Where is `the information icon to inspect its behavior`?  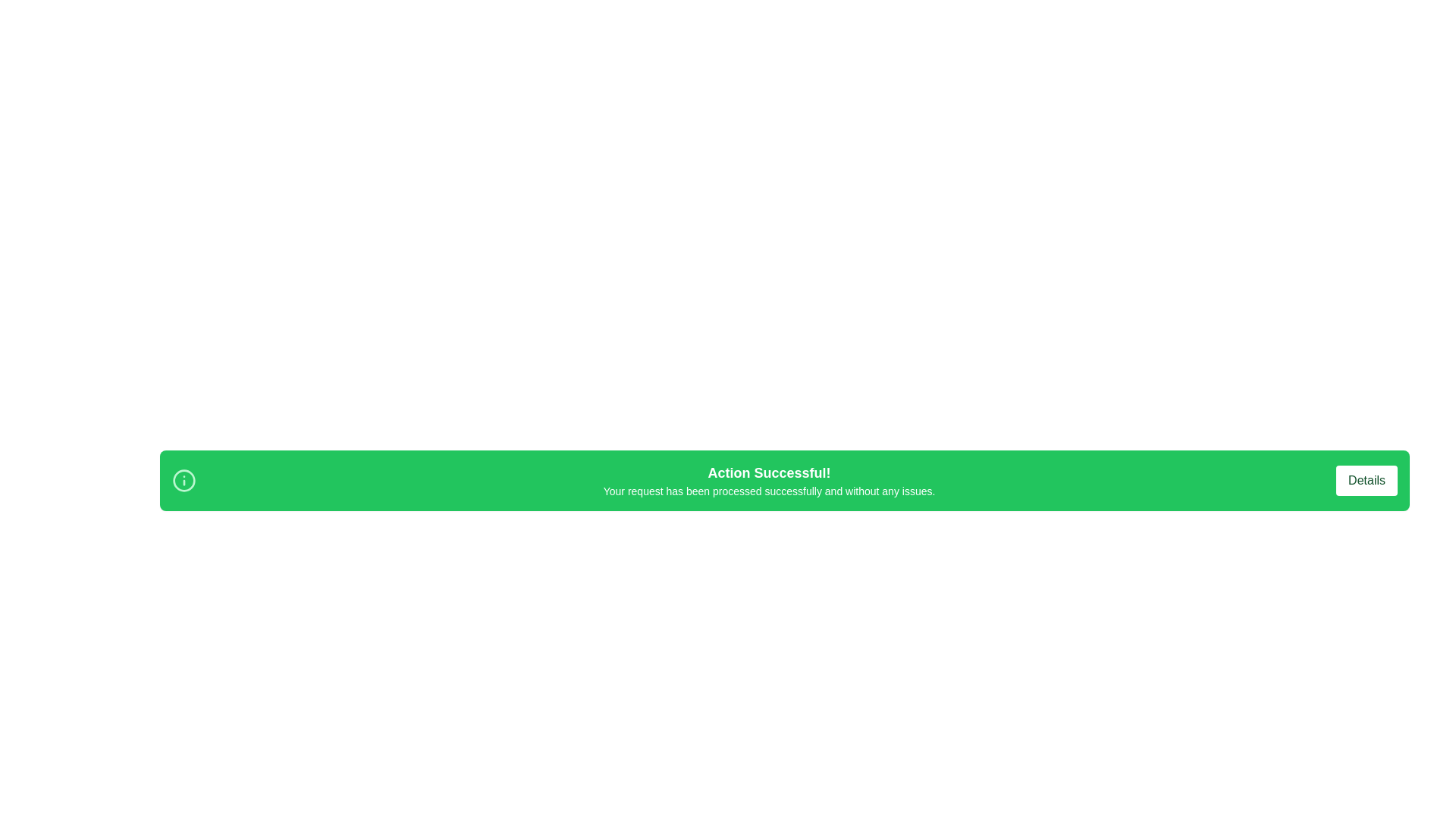 the information icon to inspect its behavior is located at coordinates (184, 480).